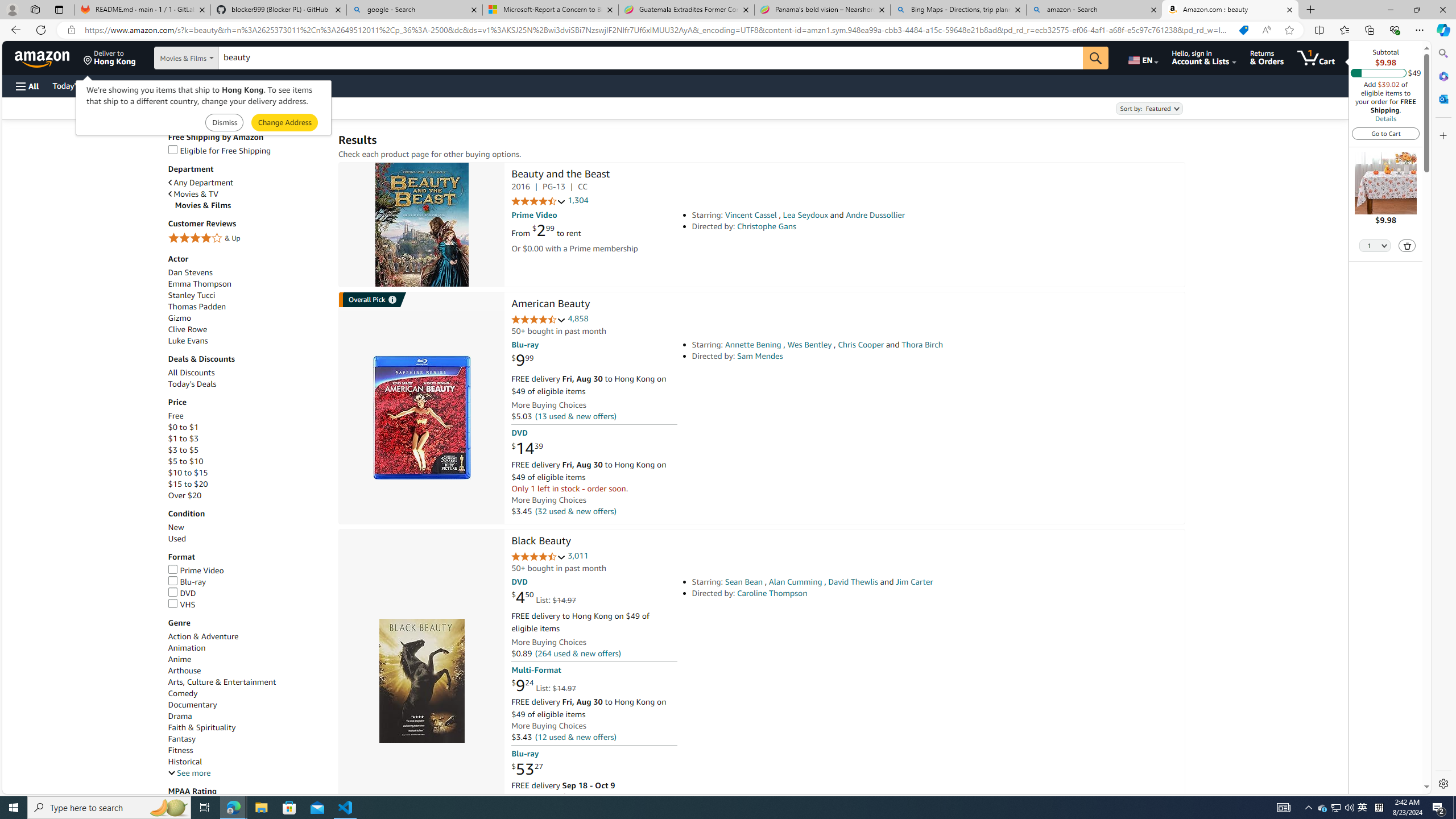  What do you see at coordinates (188, 773) in the screenshot?
I see `'See more, Genre'` at bounding box center [188, 773].